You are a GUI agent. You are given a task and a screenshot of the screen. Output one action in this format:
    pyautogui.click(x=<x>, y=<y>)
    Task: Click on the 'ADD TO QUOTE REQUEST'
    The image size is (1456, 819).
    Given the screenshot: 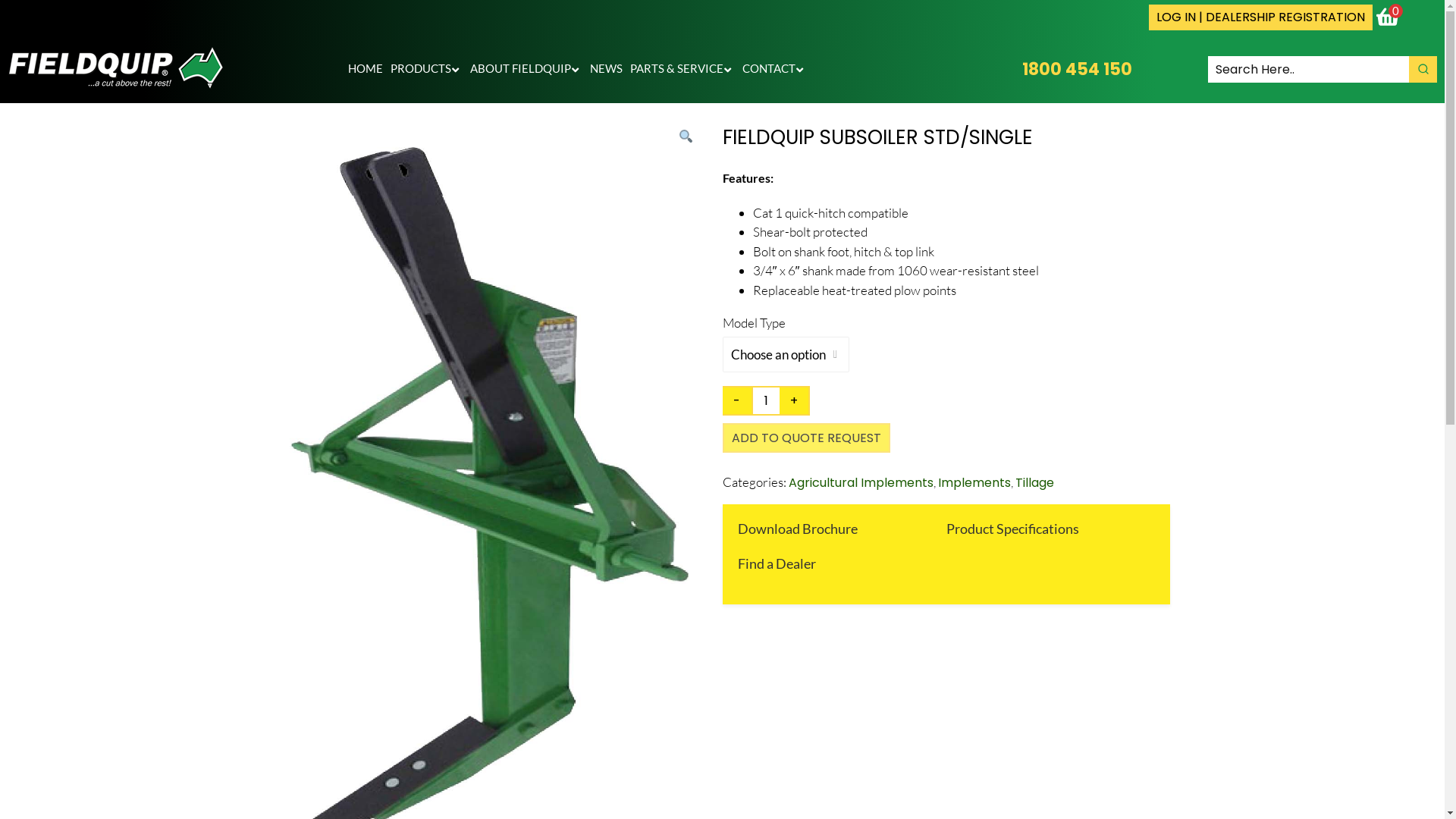 What is the action you would take?
    pyautogui.click(x=805, y=438)
    